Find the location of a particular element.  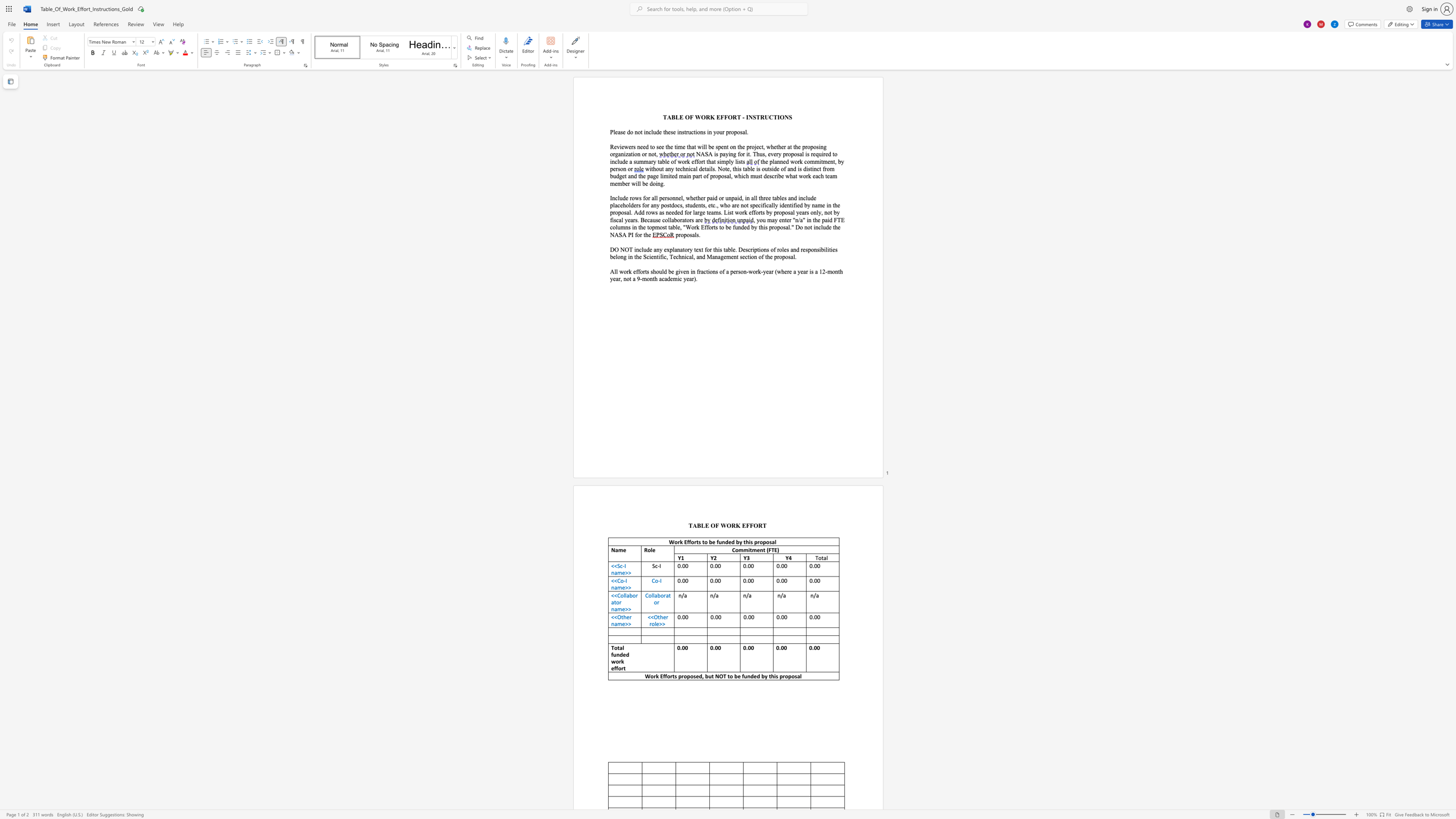

the 1th character "p" in the text is located at coordinates (677, 234).